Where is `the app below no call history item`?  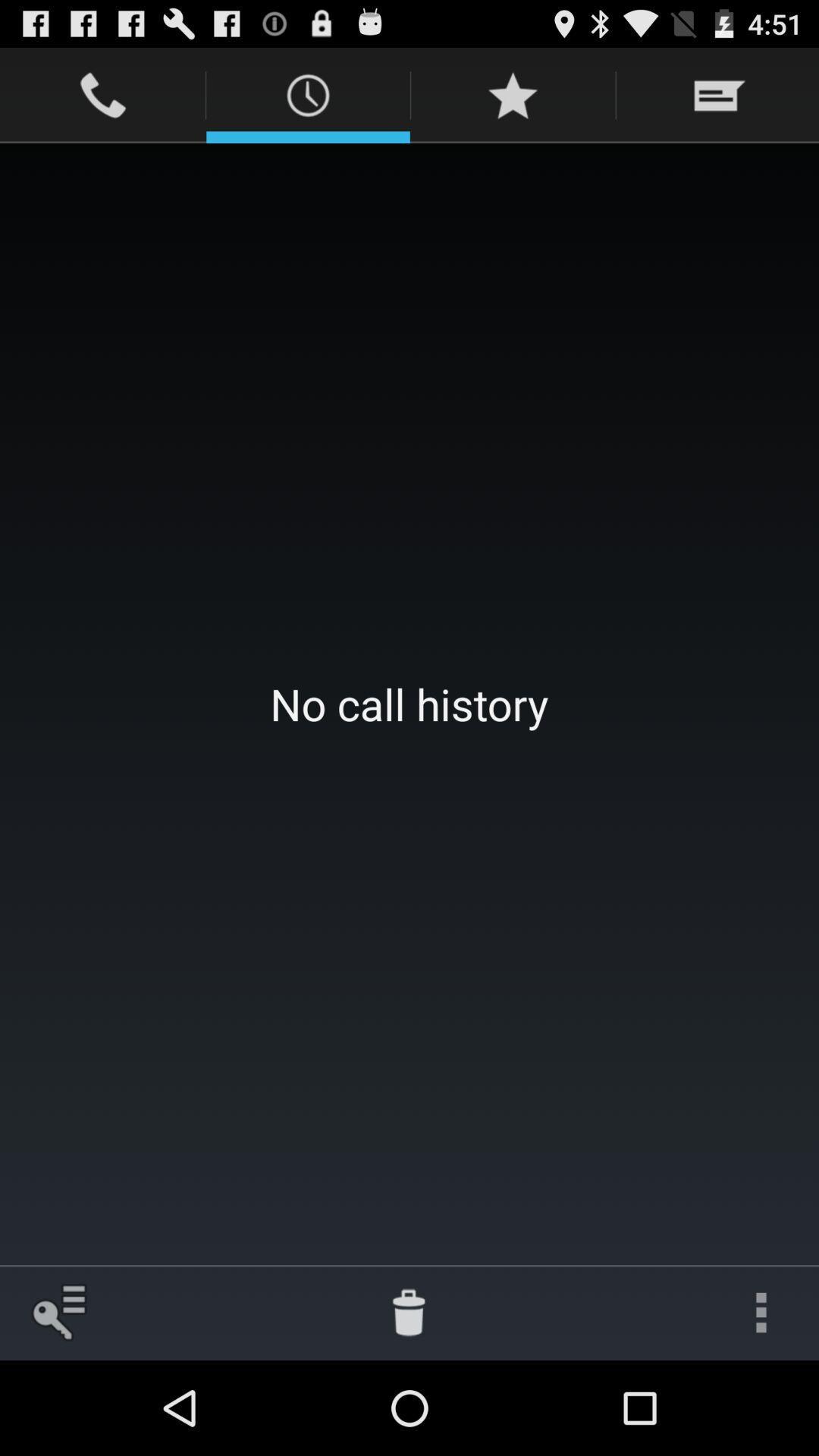 the app below no call history item is located at coordinates (408, 1312).